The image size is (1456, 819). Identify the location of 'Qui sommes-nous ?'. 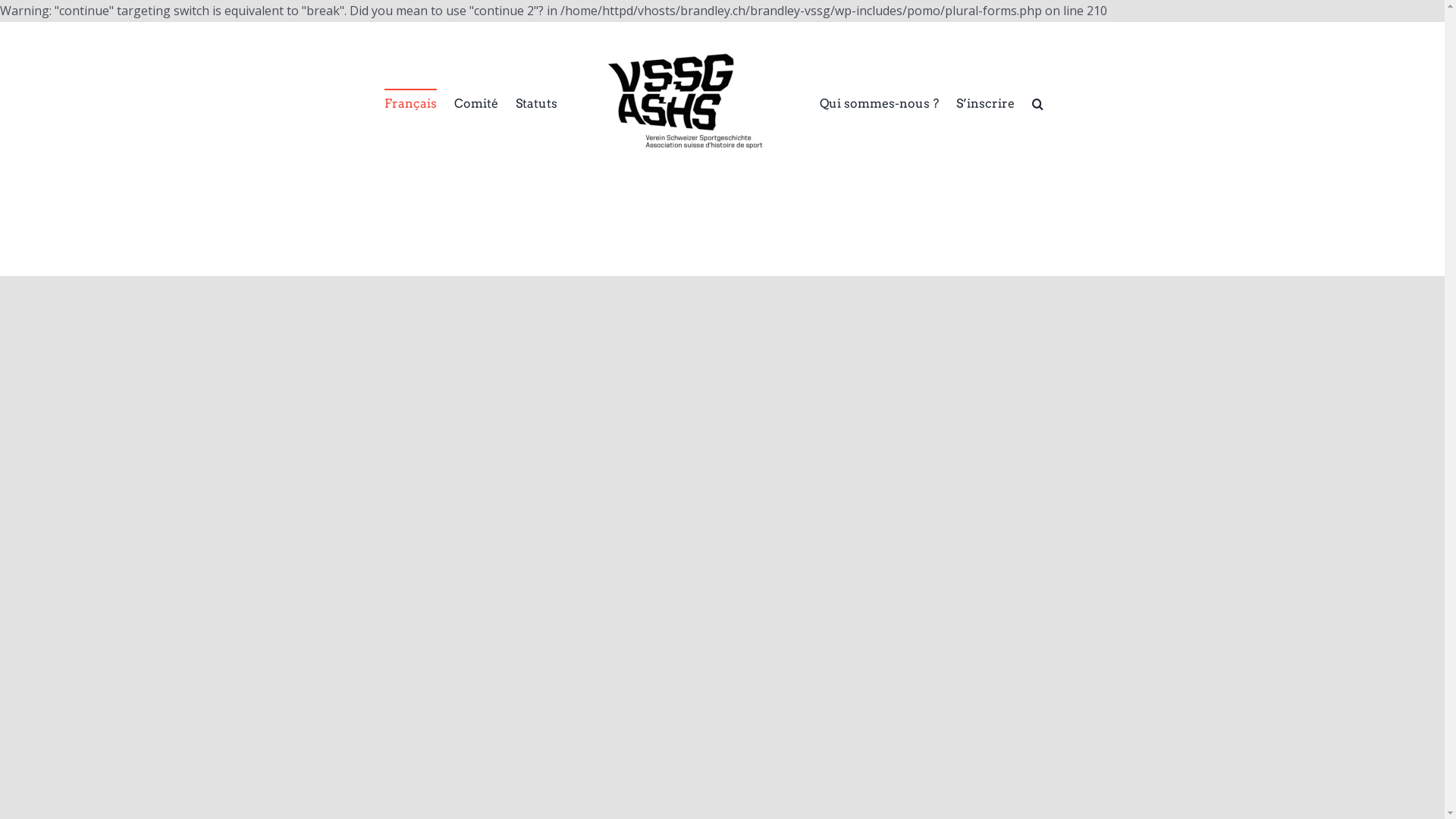
(878, 102).